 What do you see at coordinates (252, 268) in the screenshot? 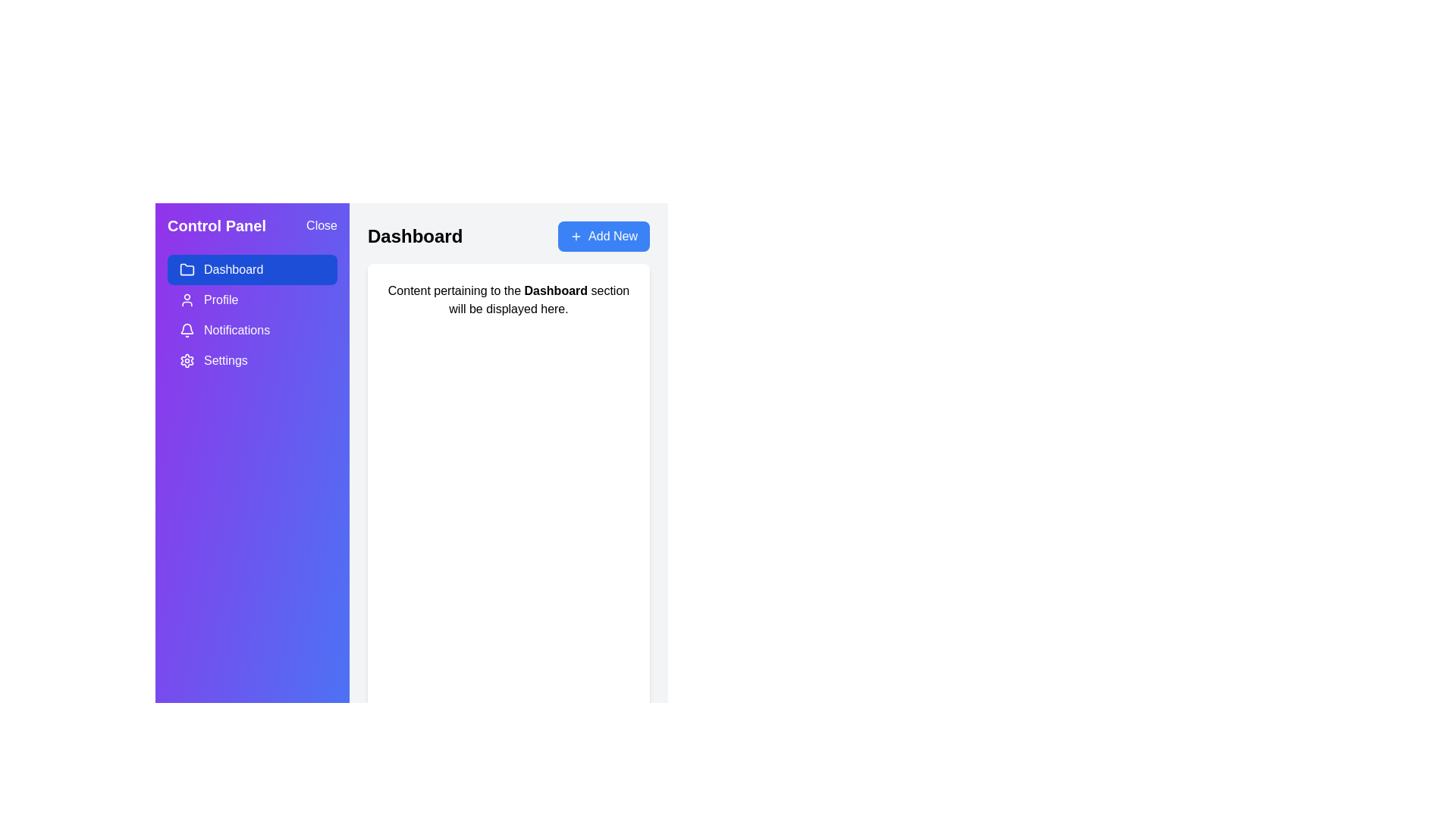
I see `the Dashboard section in the drawer menu` at bounding box center [252, 268].